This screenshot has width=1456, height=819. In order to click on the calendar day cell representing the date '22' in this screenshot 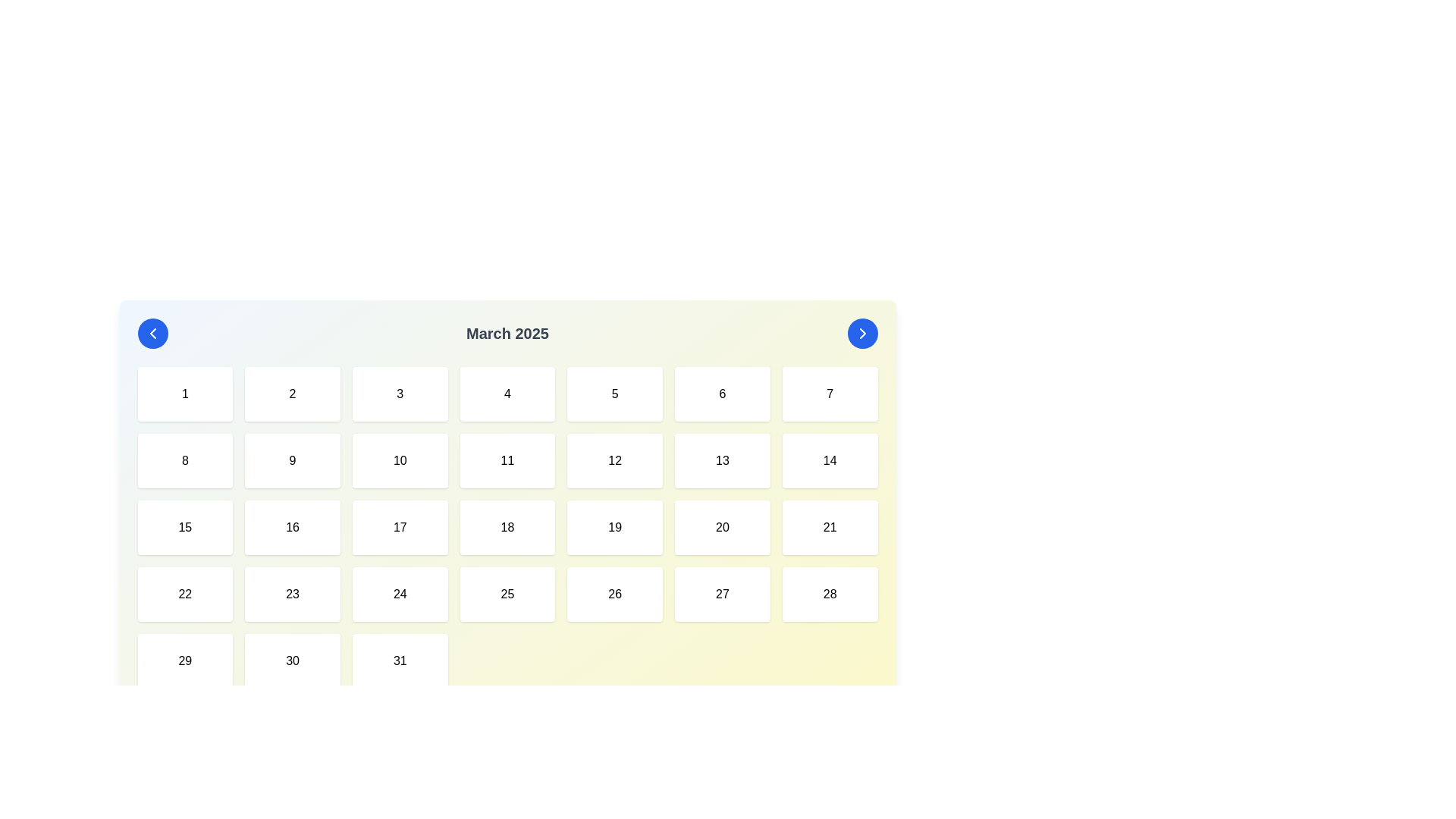, I will do `click(184, 593)`.